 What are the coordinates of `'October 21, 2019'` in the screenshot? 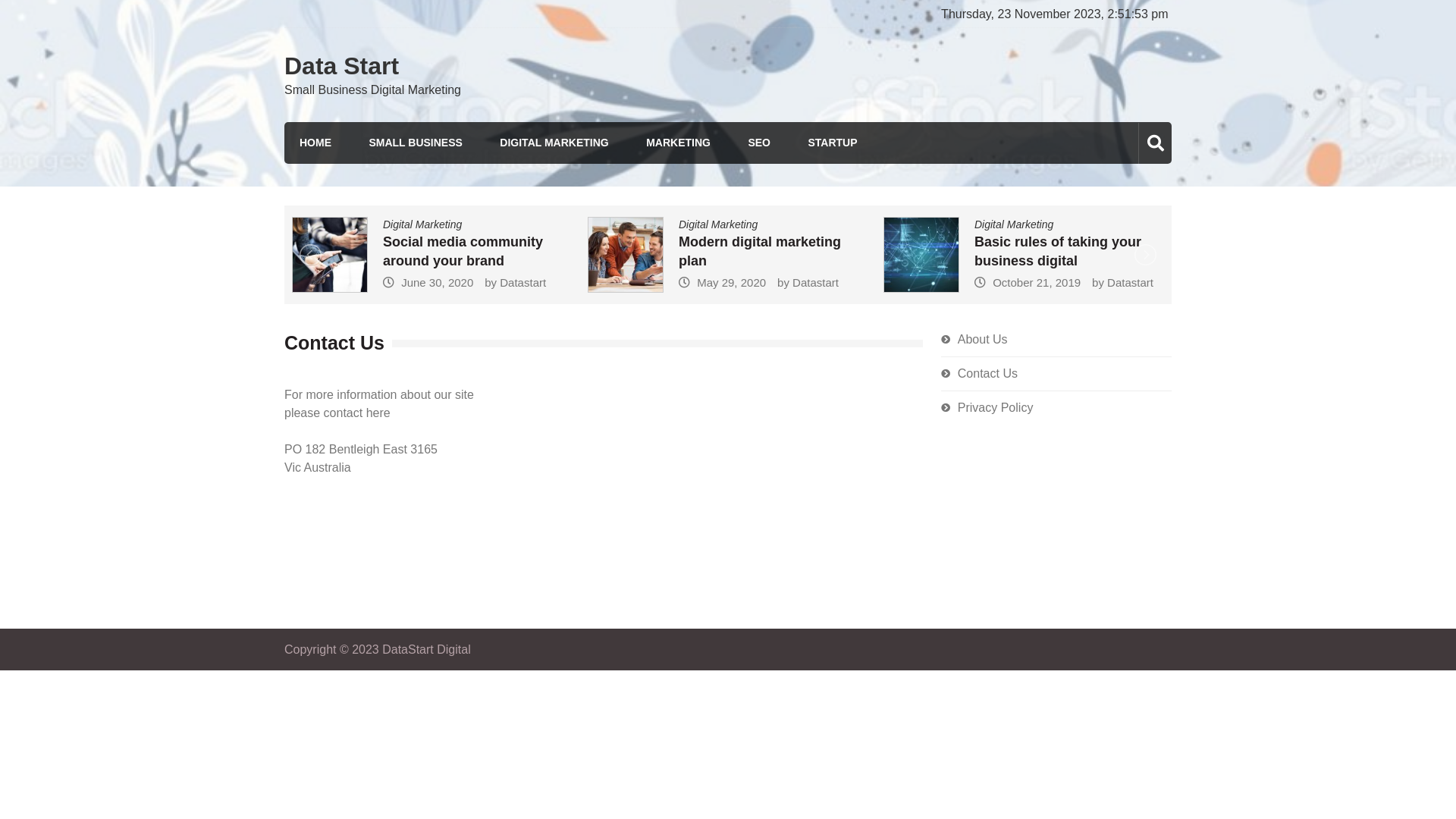 It's located at (1058, 282).